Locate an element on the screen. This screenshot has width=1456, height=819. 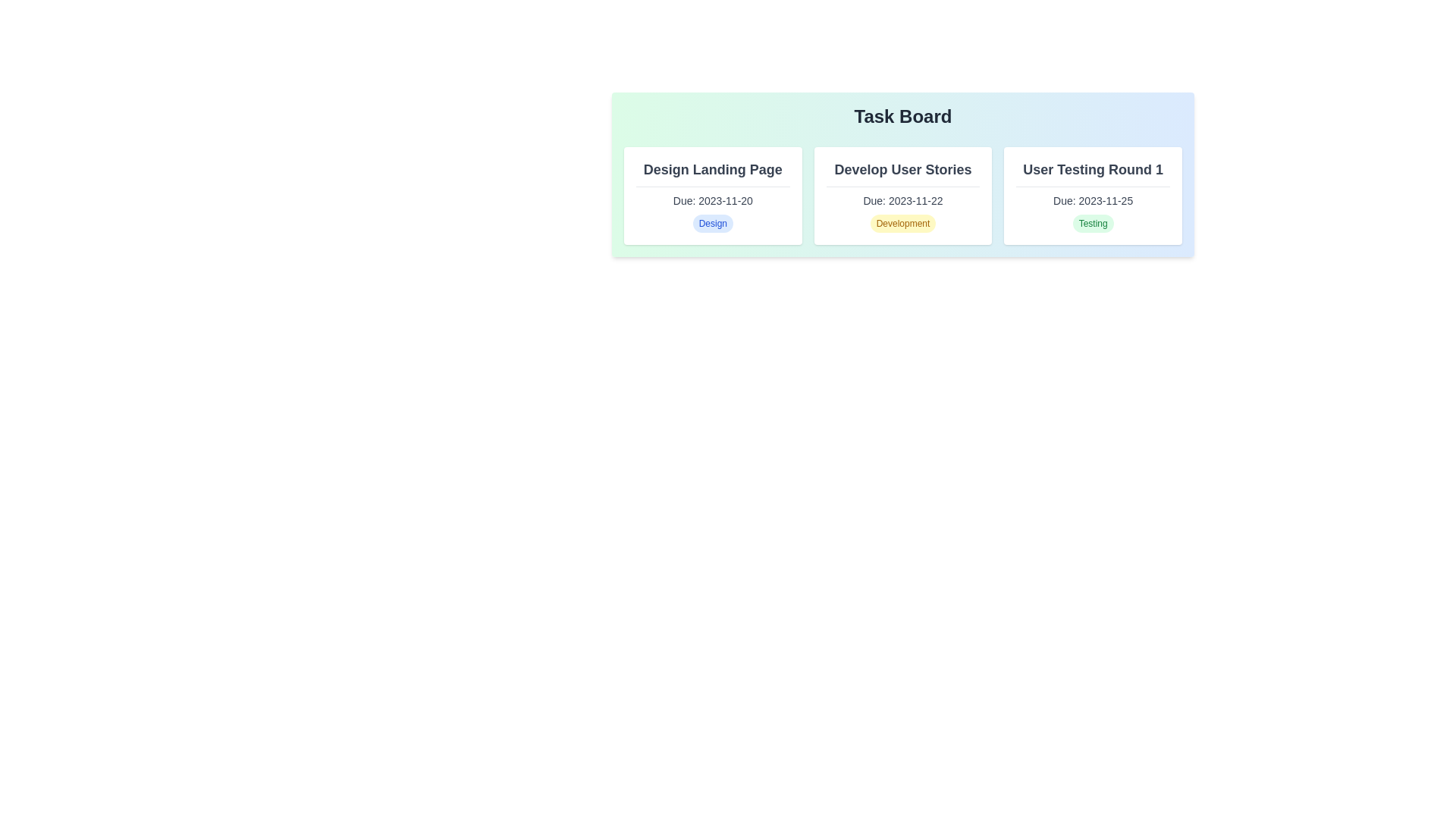
the task card for Design Landing Page to inspect its details is located at coordinates (712, 195).